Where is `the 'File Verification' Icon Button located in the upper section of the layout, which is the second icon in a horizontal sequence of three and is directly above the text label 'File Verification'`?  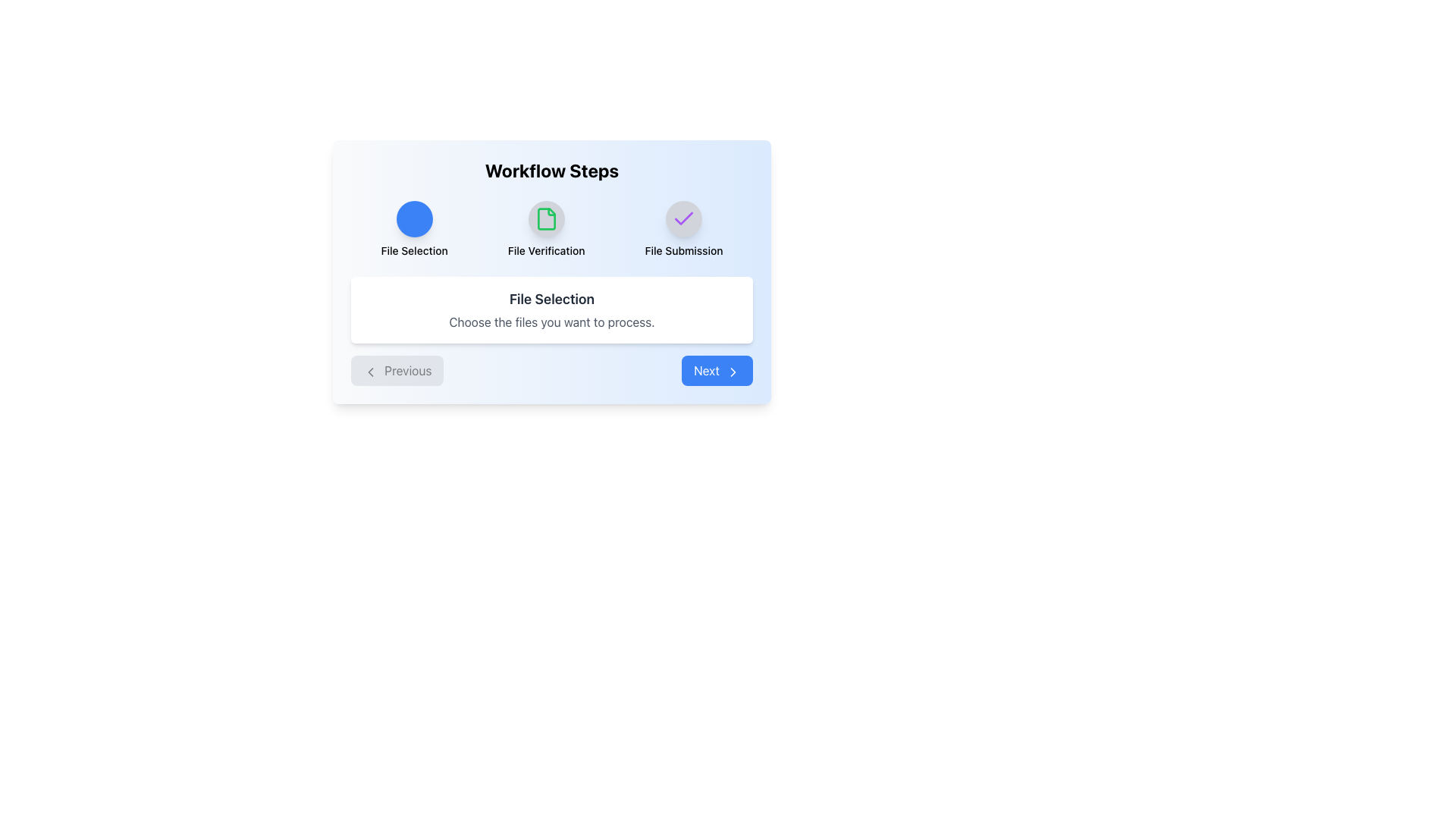
the 'File Verification' Icon Button located in the upper section of the layout, which is the second icon in a horizontal sequence of three and is directly above the text label 'File Verification' is located at coordinates (546, 219).